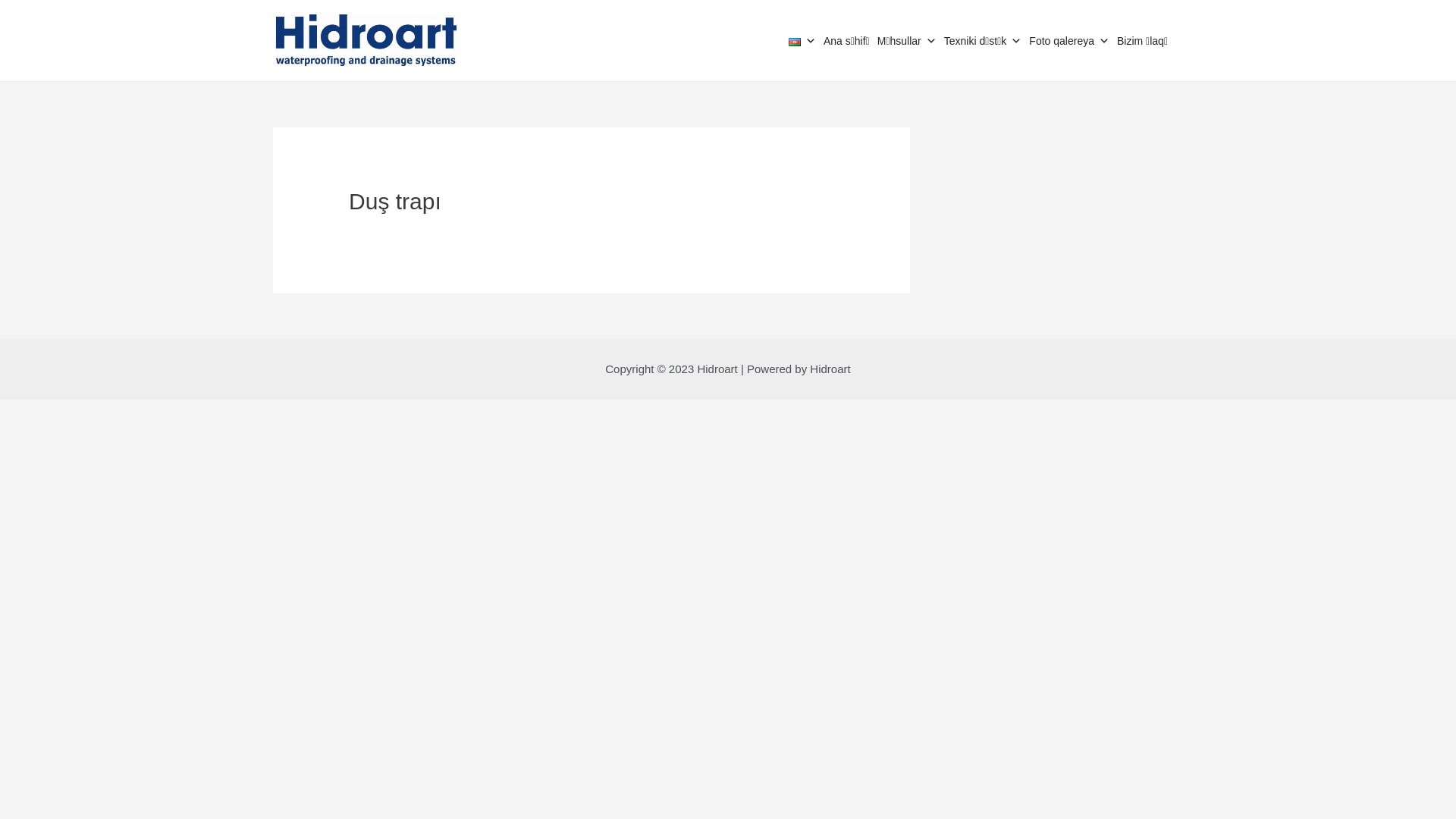  I want to click on 'Foto qalereya', so click(1072, 40).